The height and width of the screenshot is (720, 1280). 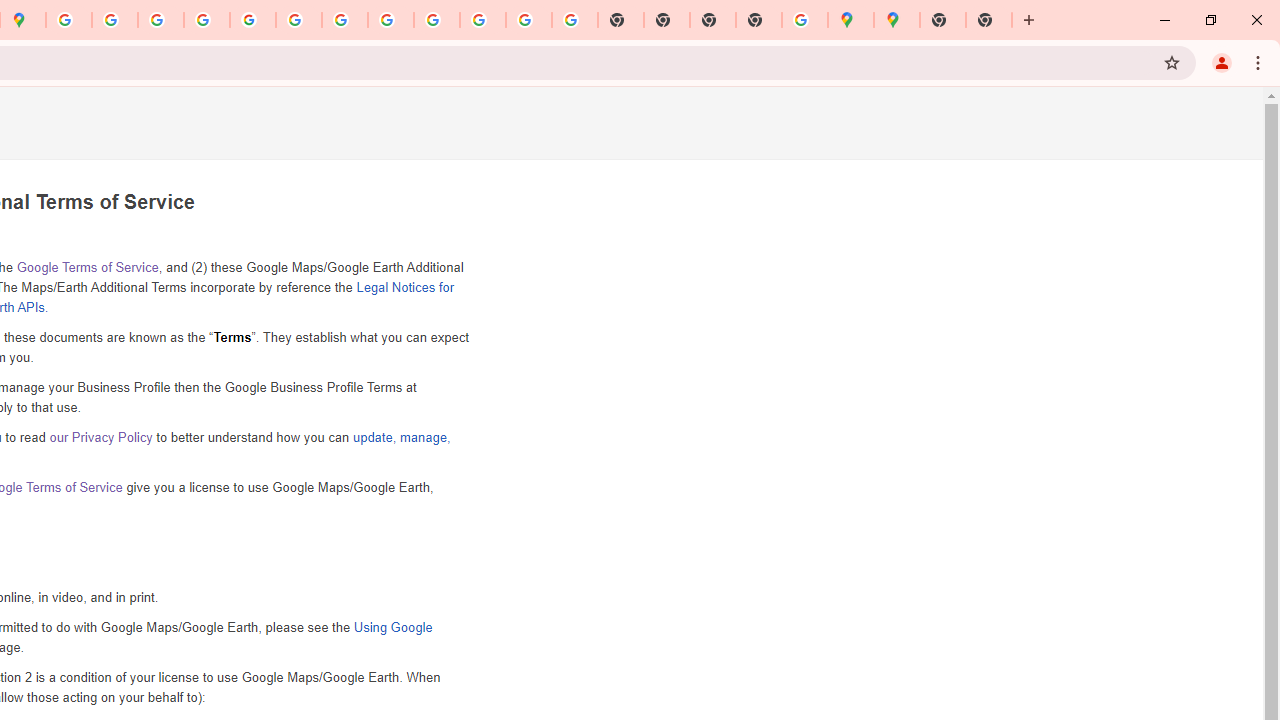 I want to click on 'Google Maps', so click(x=851, y=20).